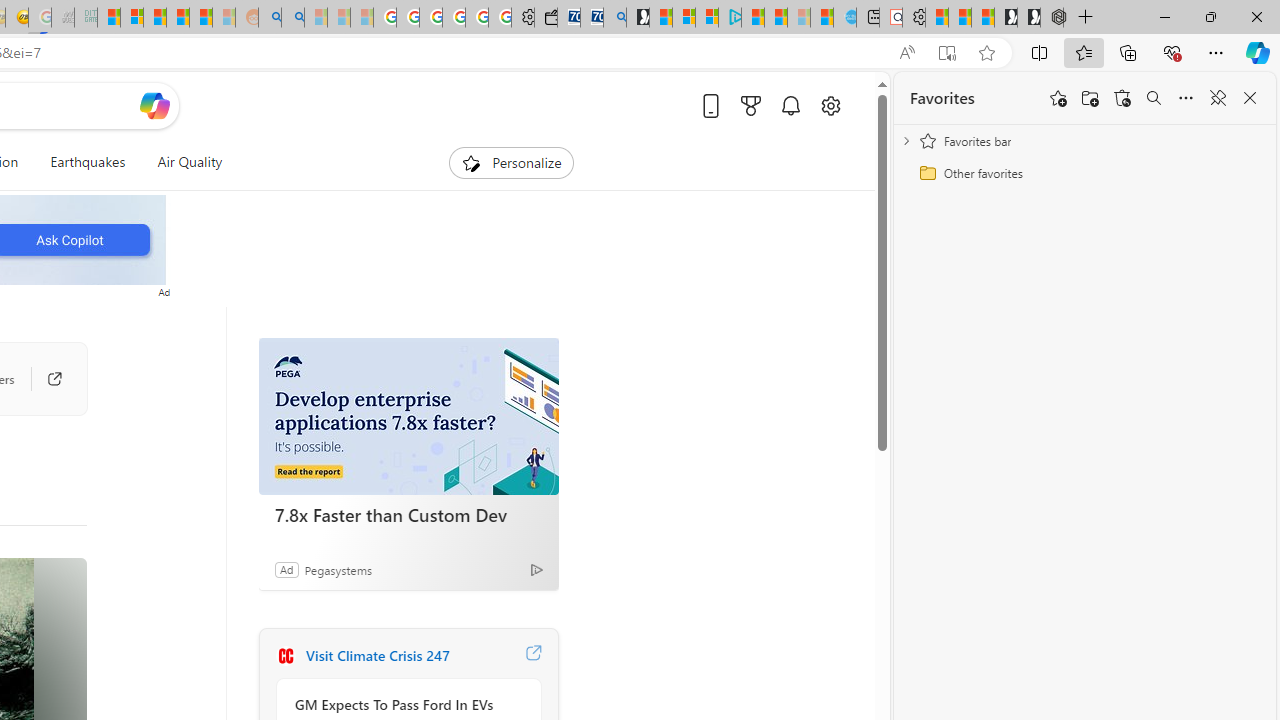  I want to click on 'Go to publisher', so click(54, 379).